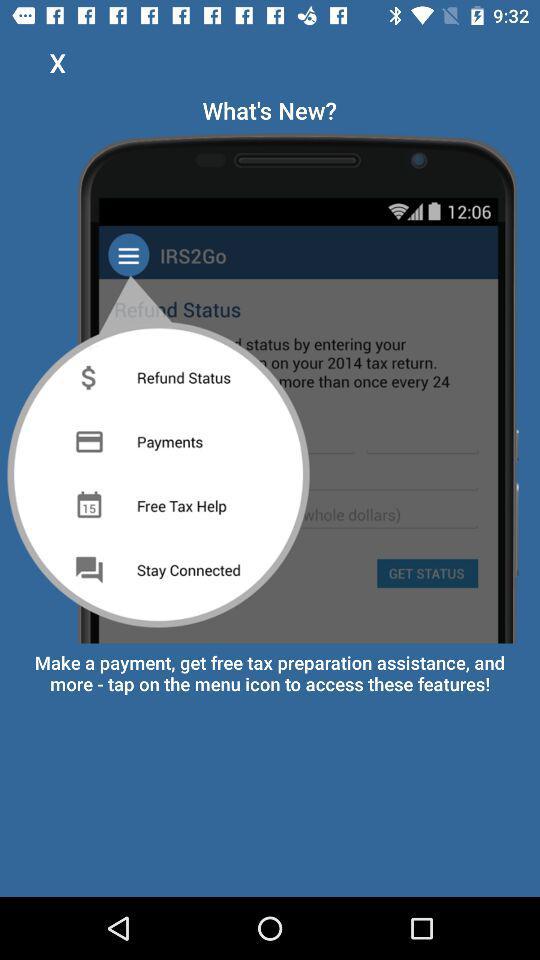 The image size is (540, 960). I want to click on item next to what's new?, so click(57, 62).